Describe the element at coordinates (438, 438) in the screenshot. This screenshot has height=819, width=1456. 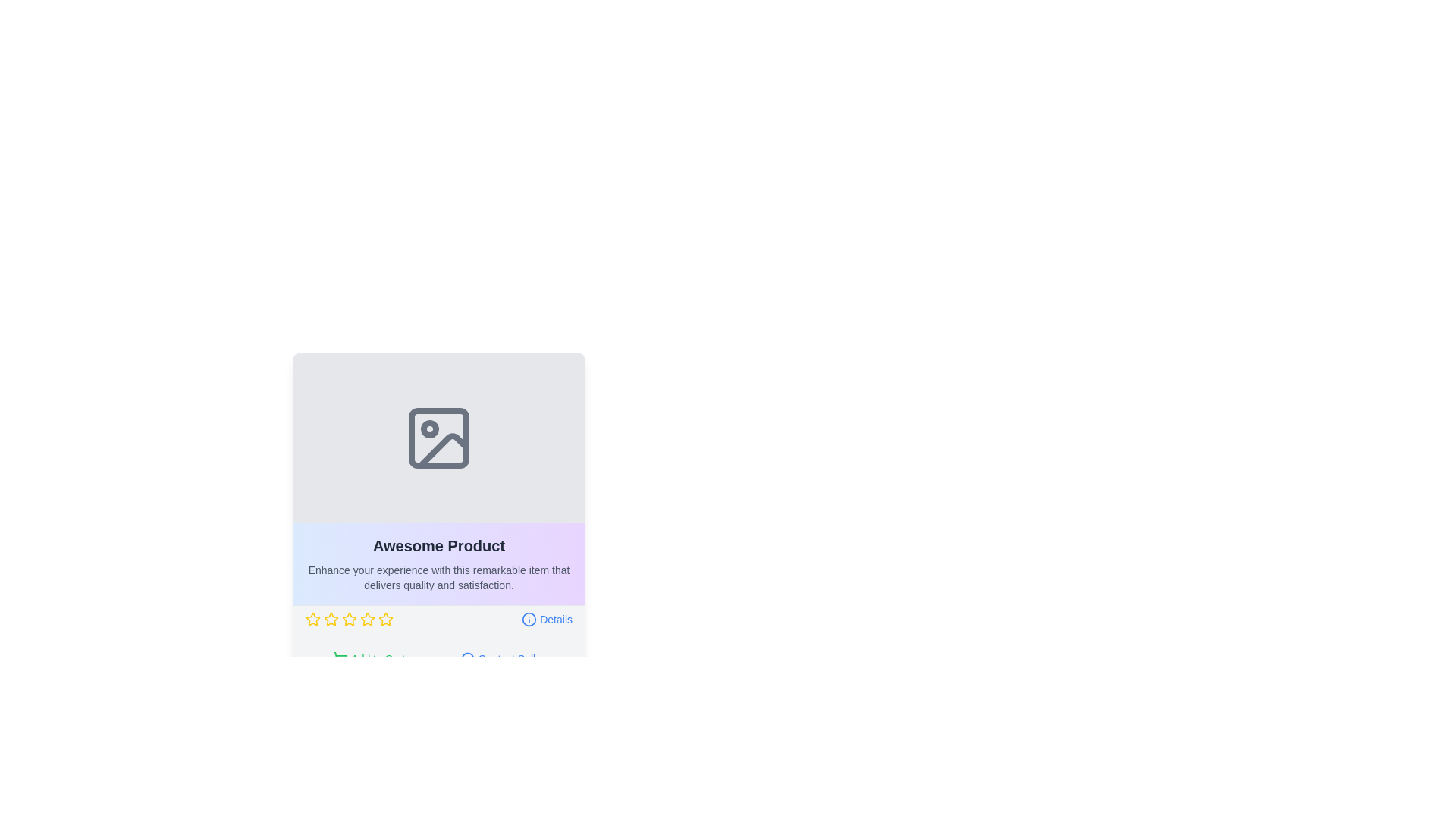
I see `the image placeholder located at the uppermost section of the product card interface, directly above the text title 'Awesome Product'` at that location.